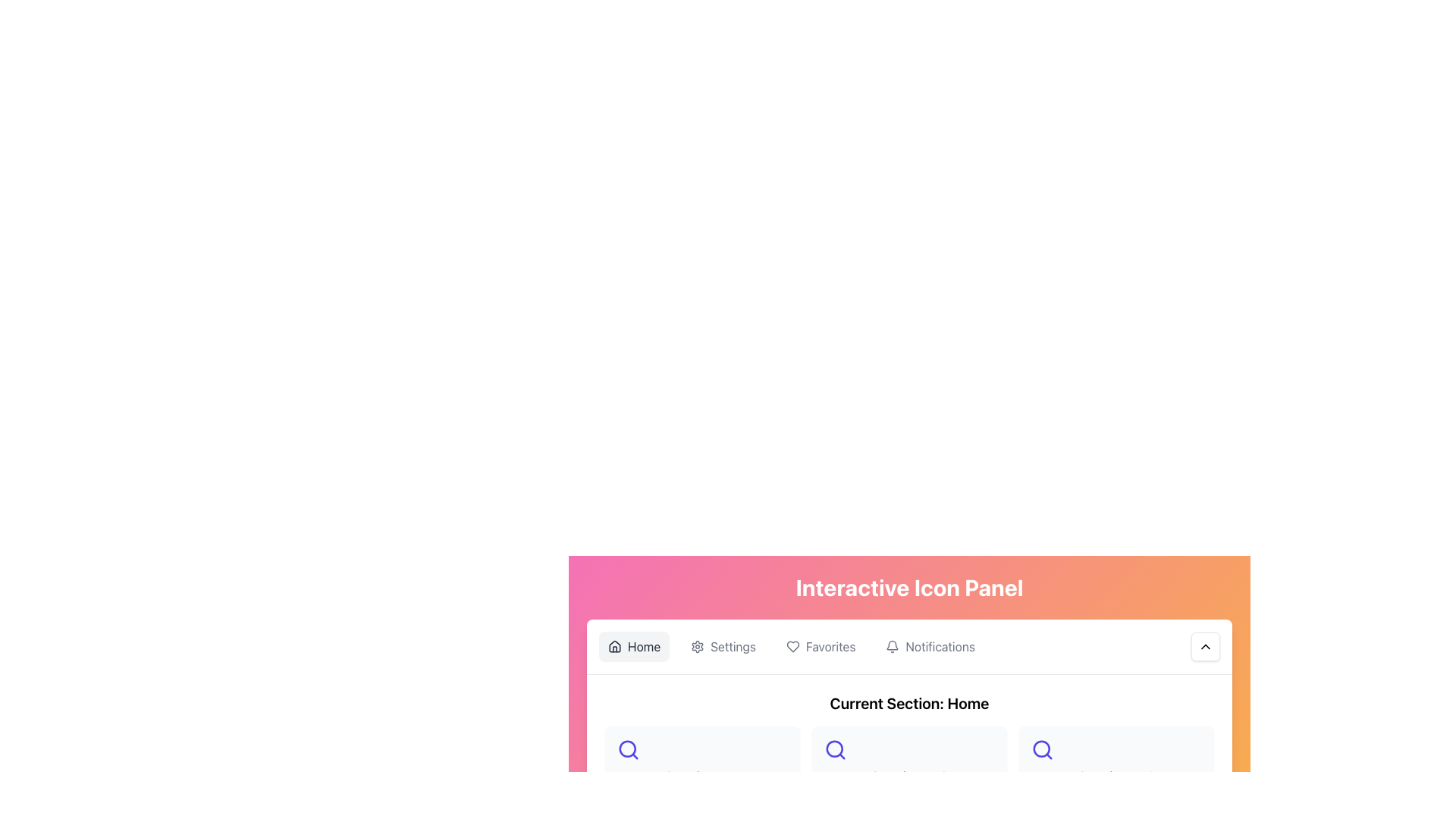 This screenshot has height=819, width=1456. I want to click on the minimalistic 'House' icon SVG located at the top left corner of the menu bar, adjacent to the 'Home' text label, as a section decoration, so click(615, 646).